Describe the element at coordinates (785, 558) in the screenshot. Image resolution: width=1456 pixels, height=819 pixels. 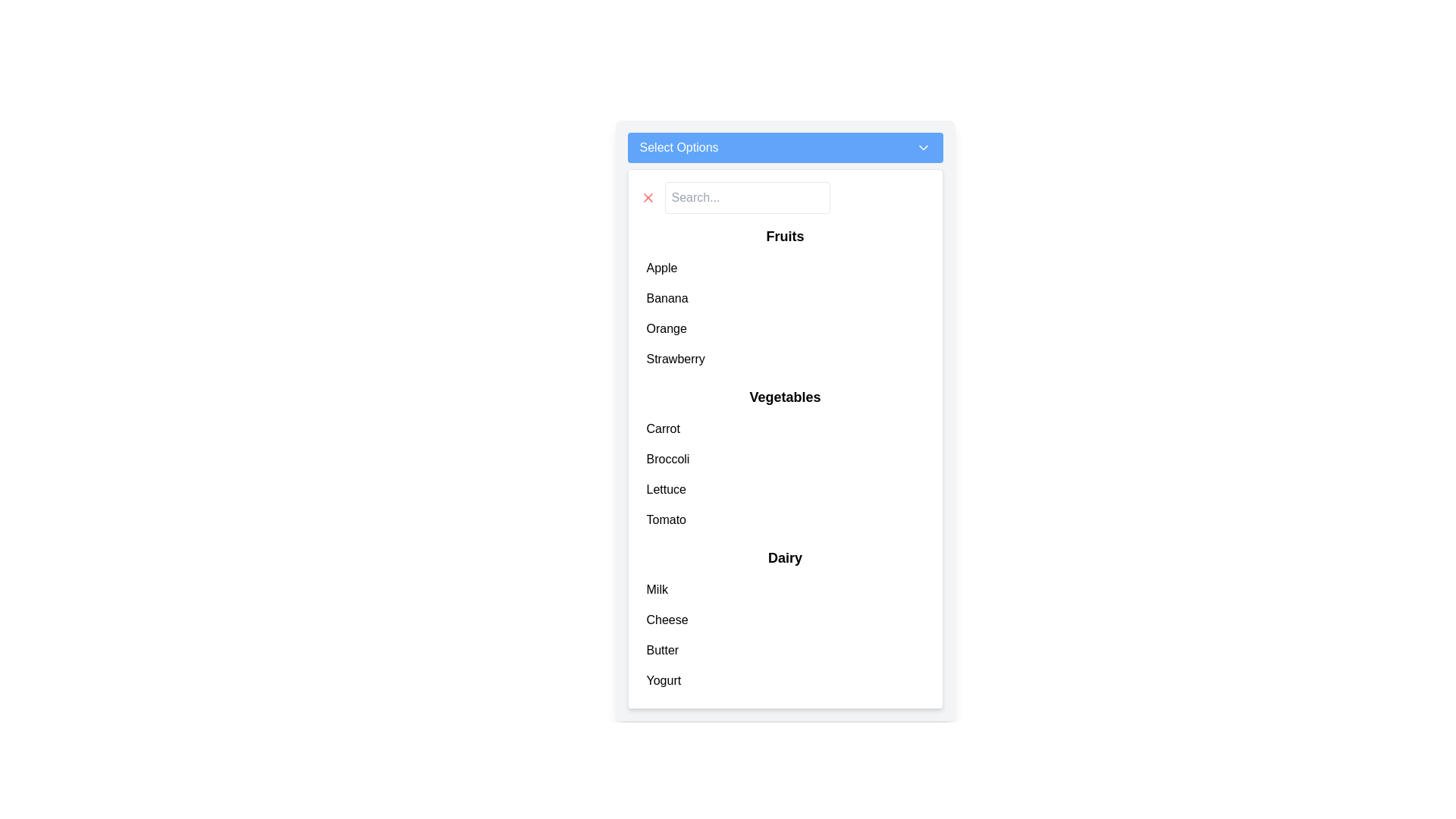
I see `the static text label that serves as a category header for dairy-related items, positioned at the center-top of the items 'Milk', 'Cheese', 'Butter', and 'Yogurt'` at that location.